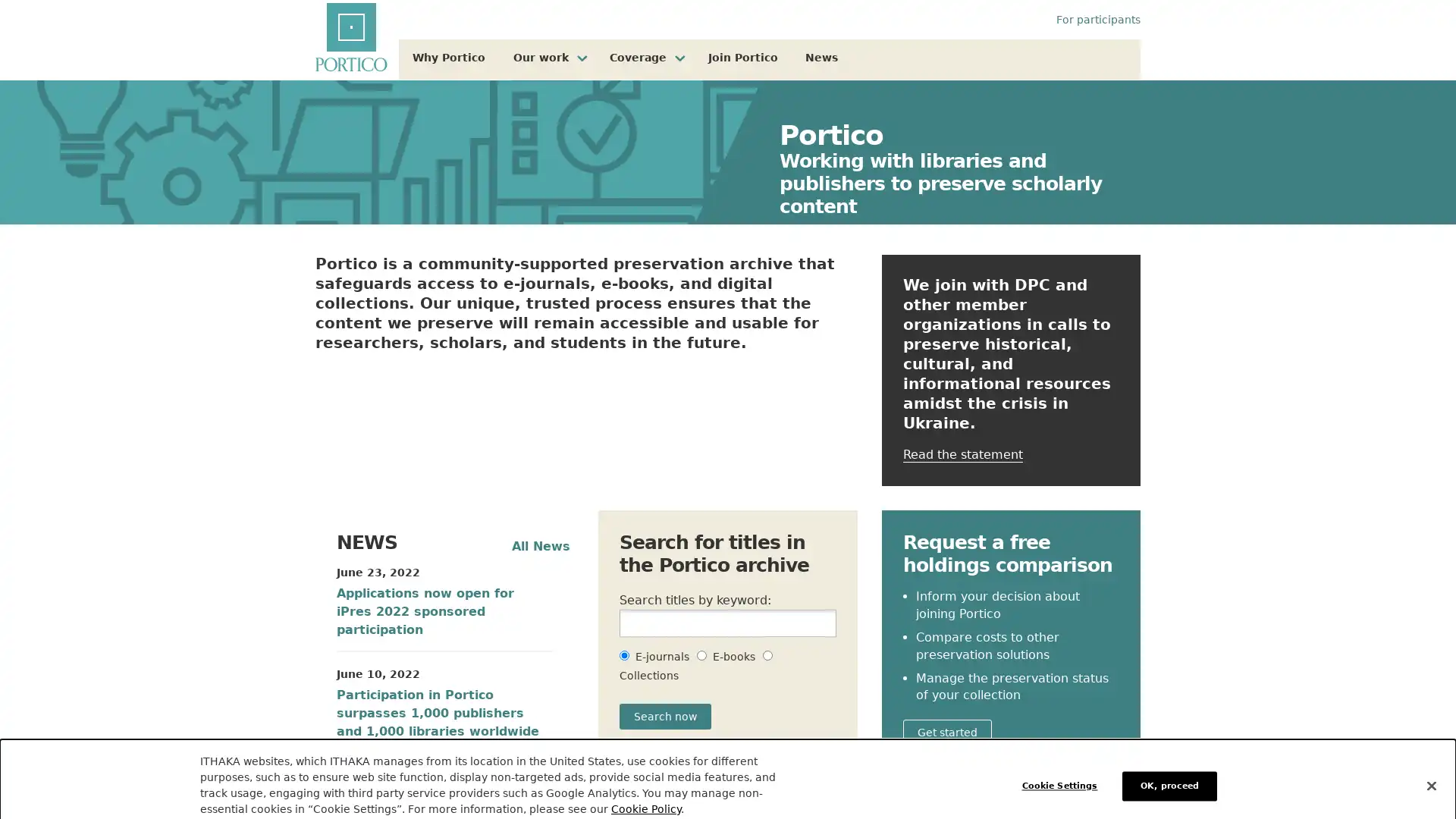  I want to click on Close, so click(1430, 770).